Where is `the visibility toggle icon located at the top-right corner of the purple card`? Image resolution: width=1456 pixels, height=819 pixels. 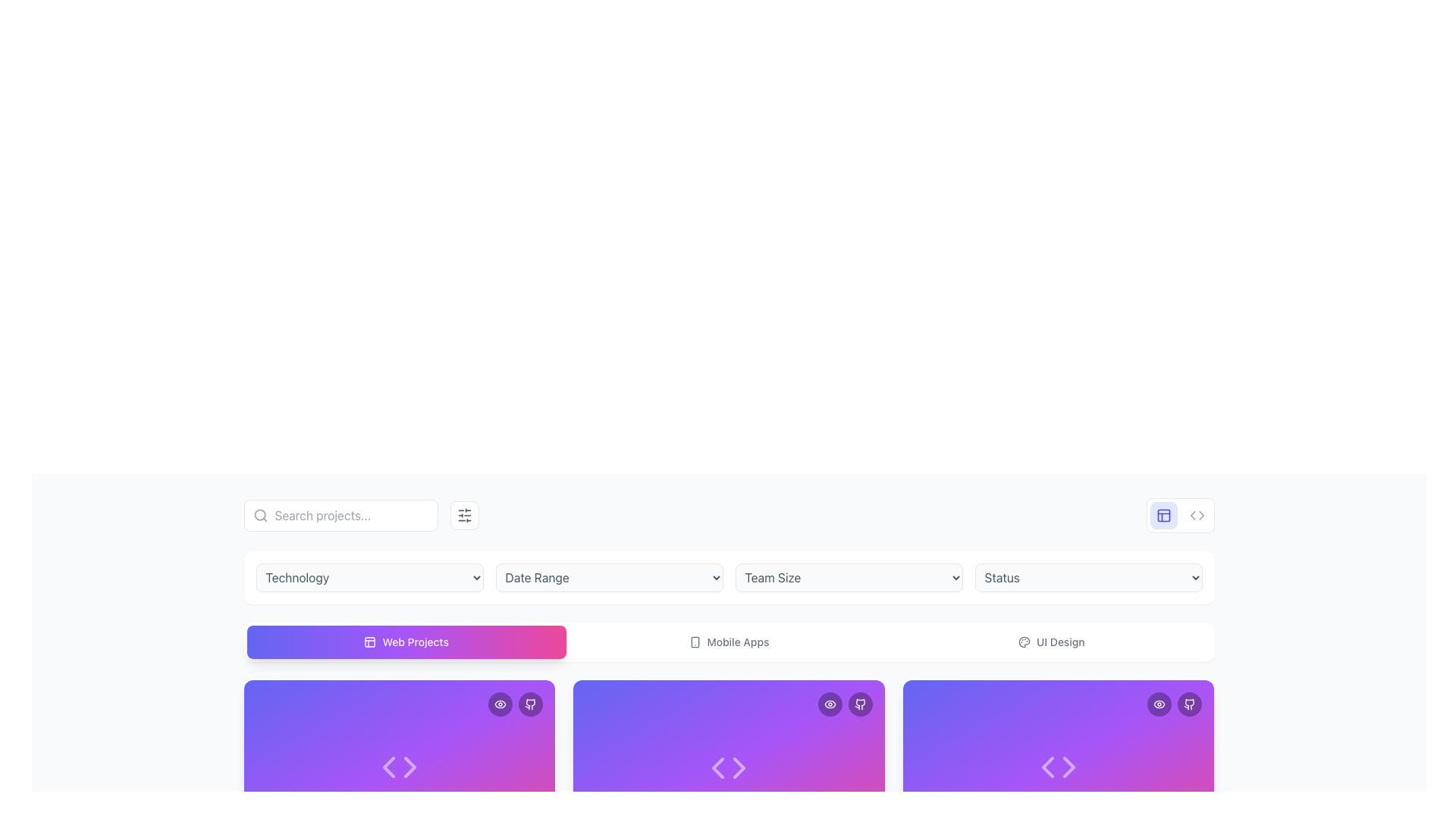 the visibility toggle icon located at the top-right corner of the purple card is located at coordinates (1159, 704).